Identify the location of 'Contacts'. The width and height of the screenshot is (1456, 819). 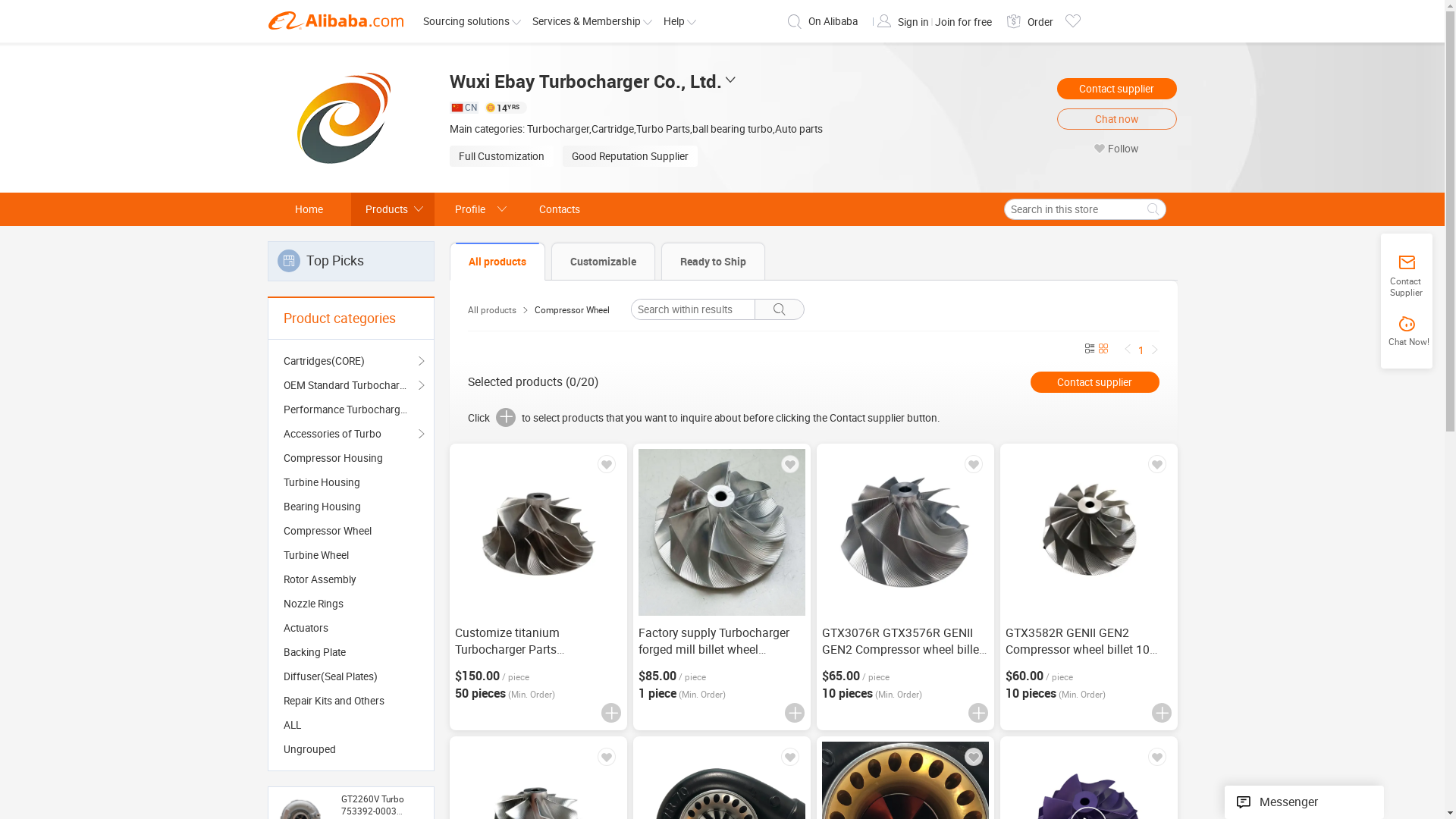
(558, 209).